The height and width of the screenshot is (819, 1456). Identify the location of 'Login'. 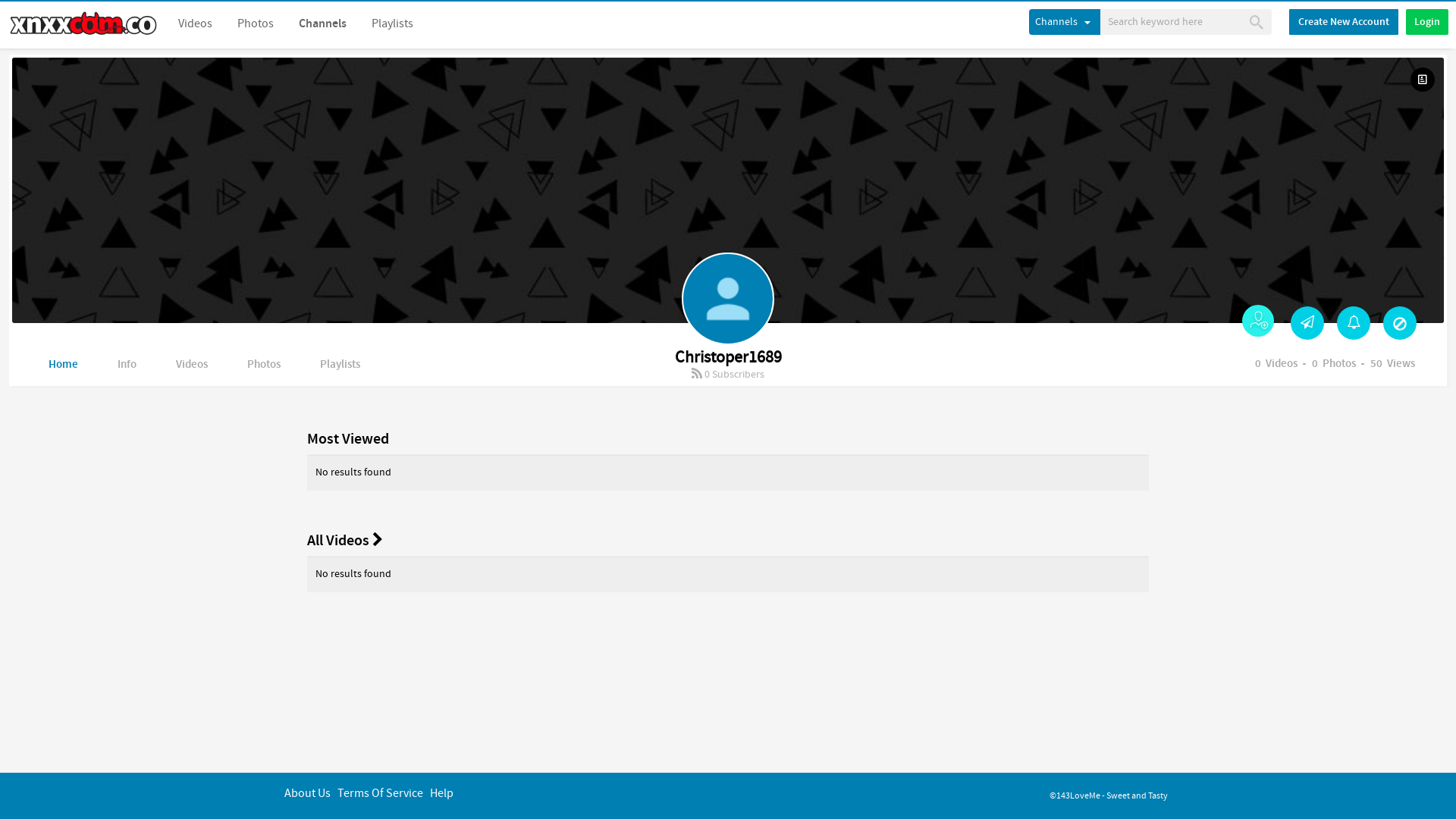
(1426, 22).